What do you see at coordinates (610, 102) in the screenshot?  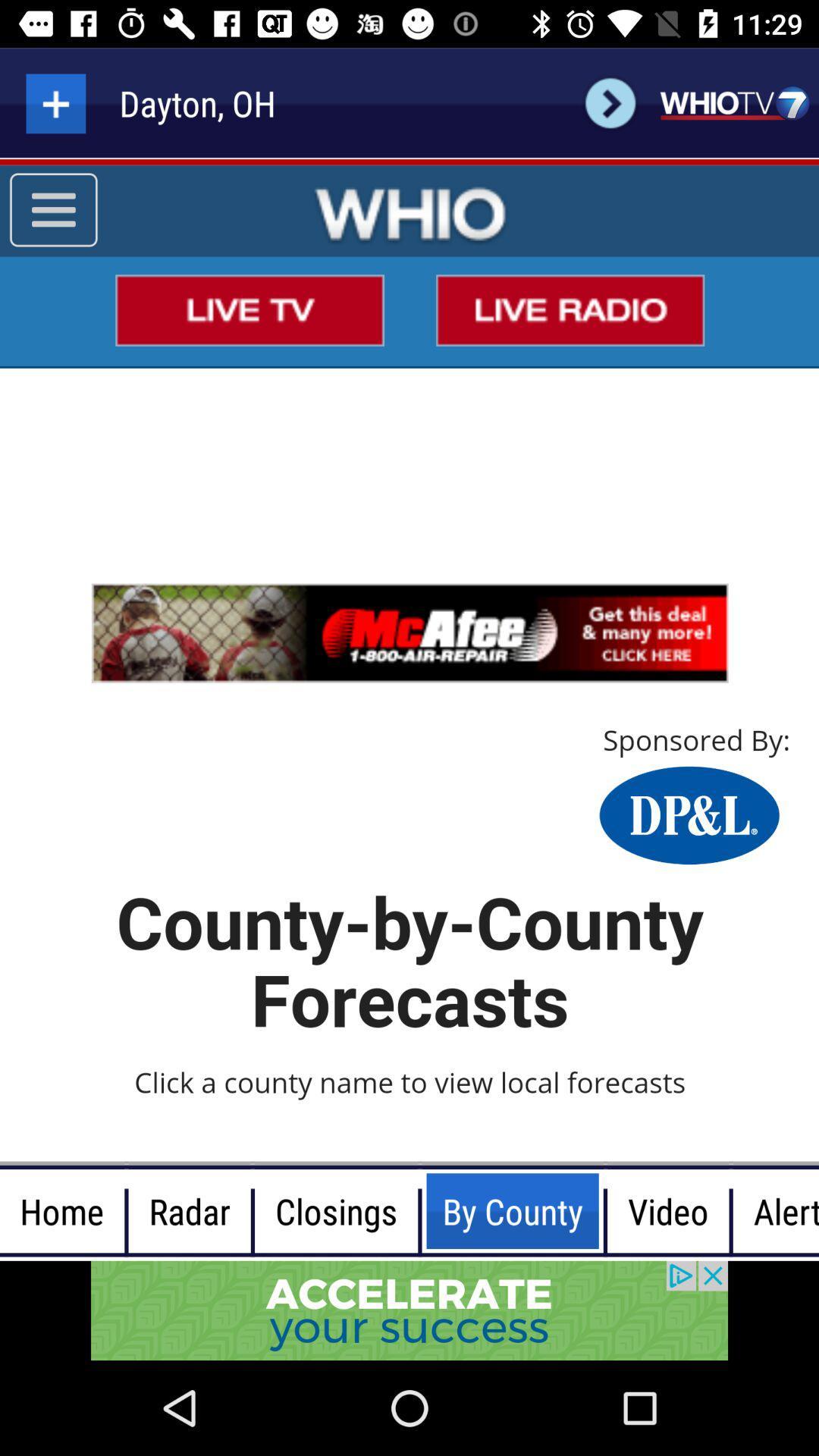 I see `the button right to the dayton oh` at bounding box center [610, 102].